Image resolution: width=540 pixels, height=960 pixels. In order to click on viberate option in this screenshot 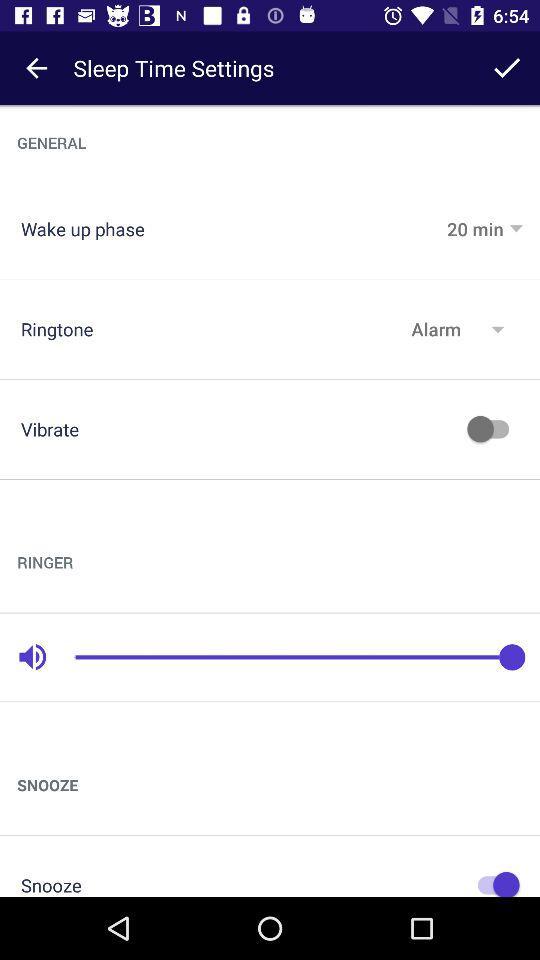, I will do `click(492, 429)`.